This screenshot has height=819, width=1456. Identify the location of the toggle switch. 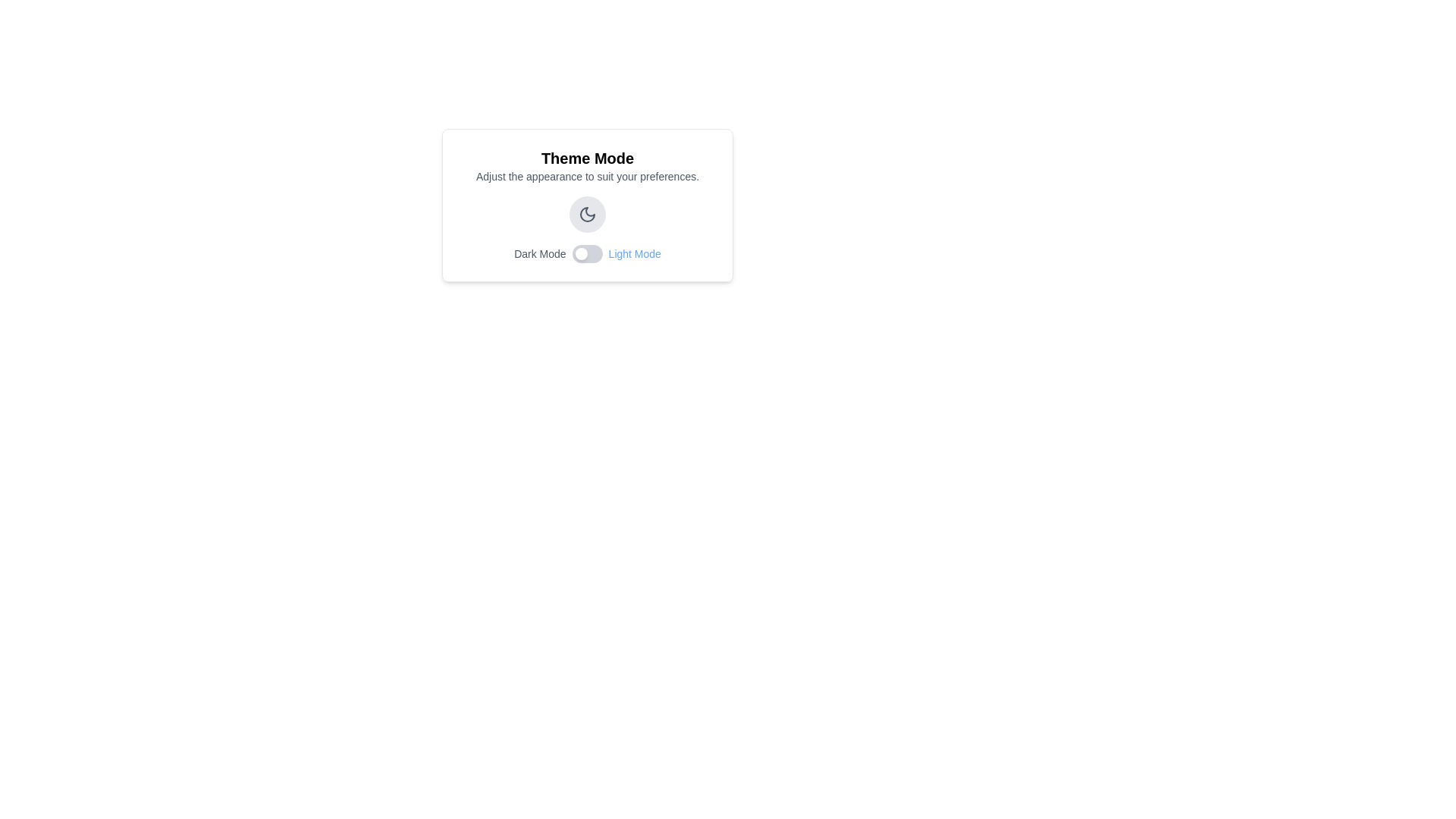
(571, 253).